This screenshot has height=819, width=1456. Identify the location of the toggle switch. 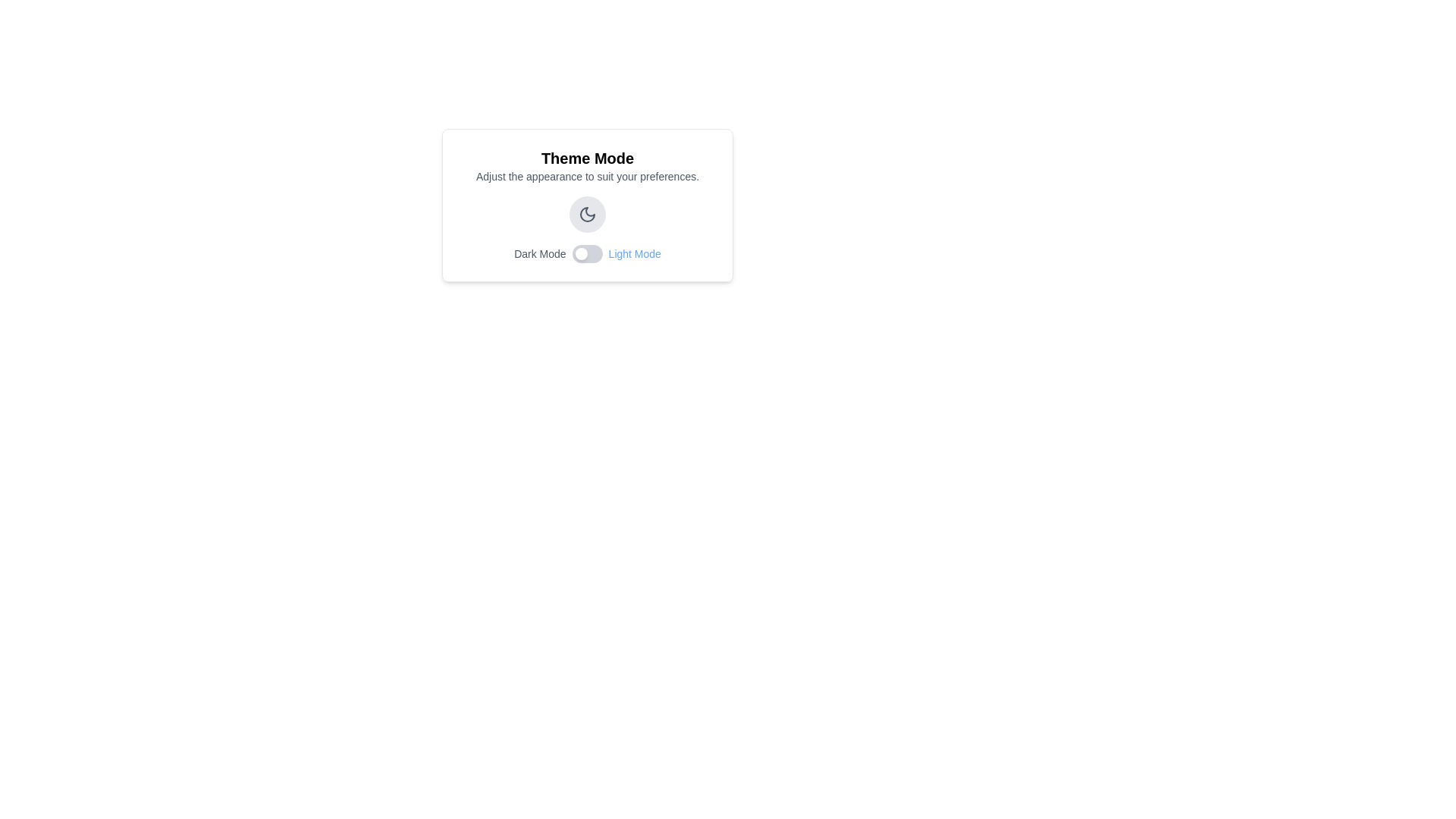
(571, 253).